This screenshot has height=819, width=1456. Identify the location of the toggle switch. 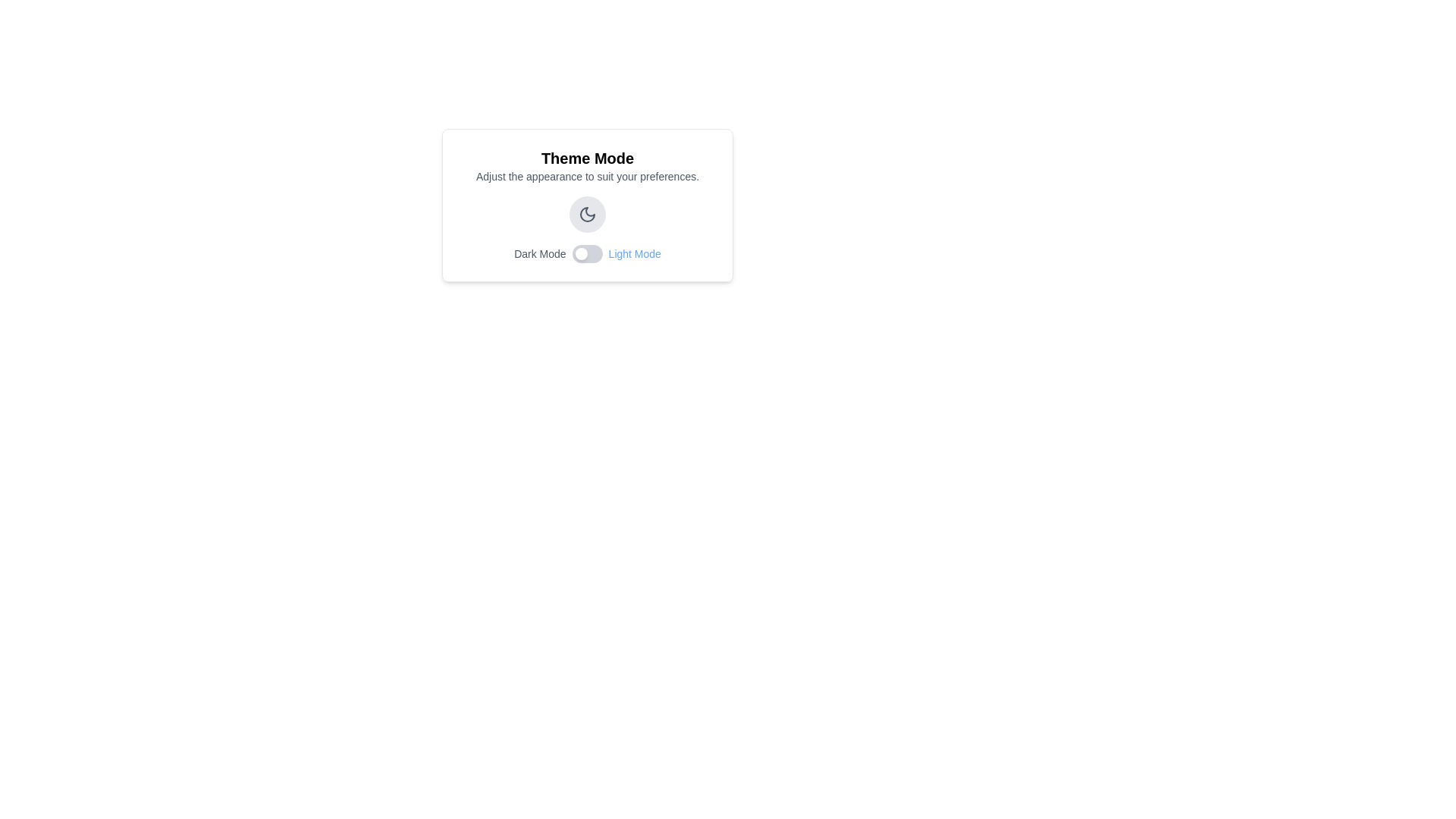
(571, 253).